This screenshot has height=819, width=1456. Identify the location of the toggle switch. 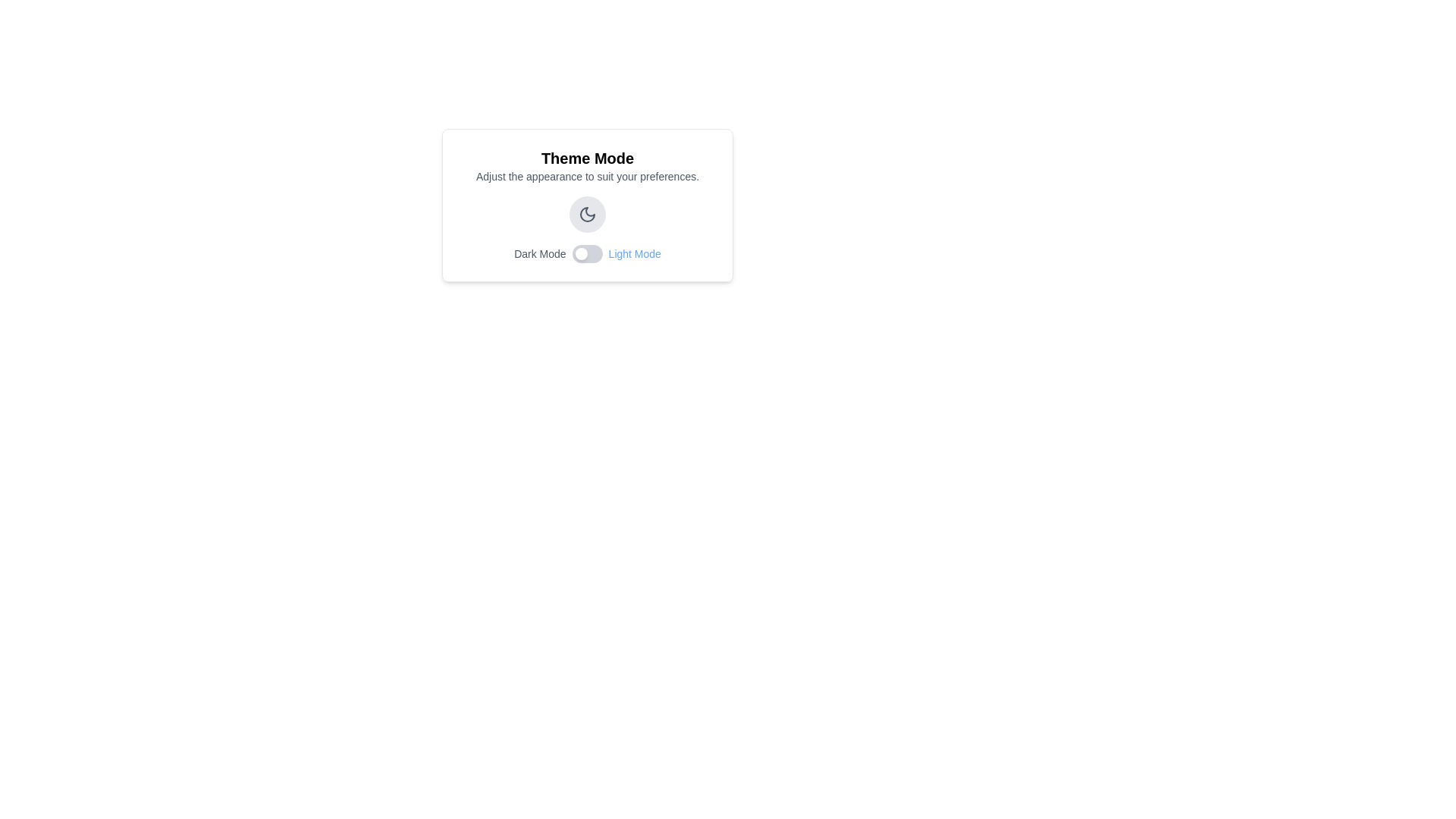
(571, 253).